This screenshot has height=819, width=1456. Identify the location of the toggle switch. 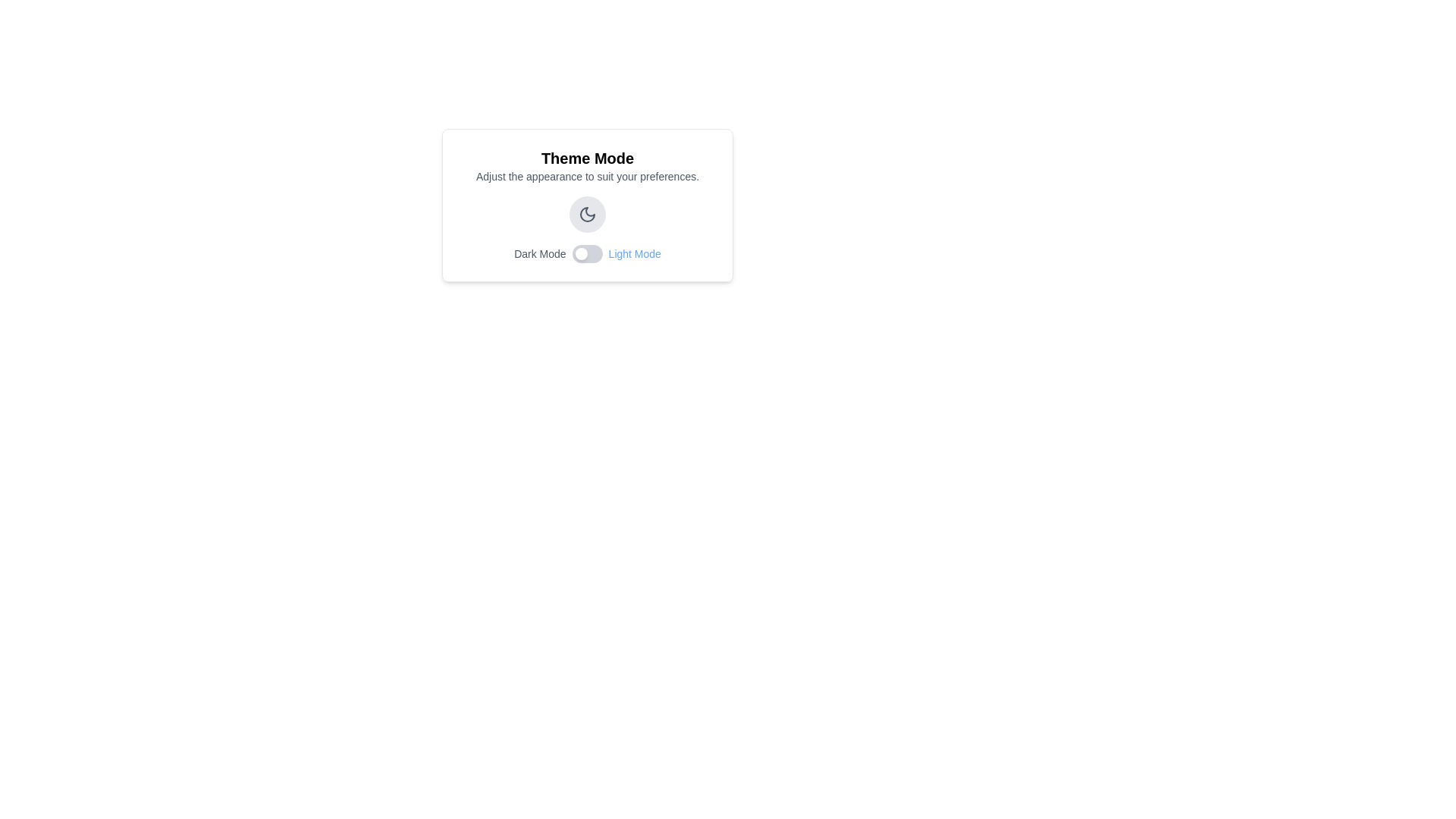
(571, 253).